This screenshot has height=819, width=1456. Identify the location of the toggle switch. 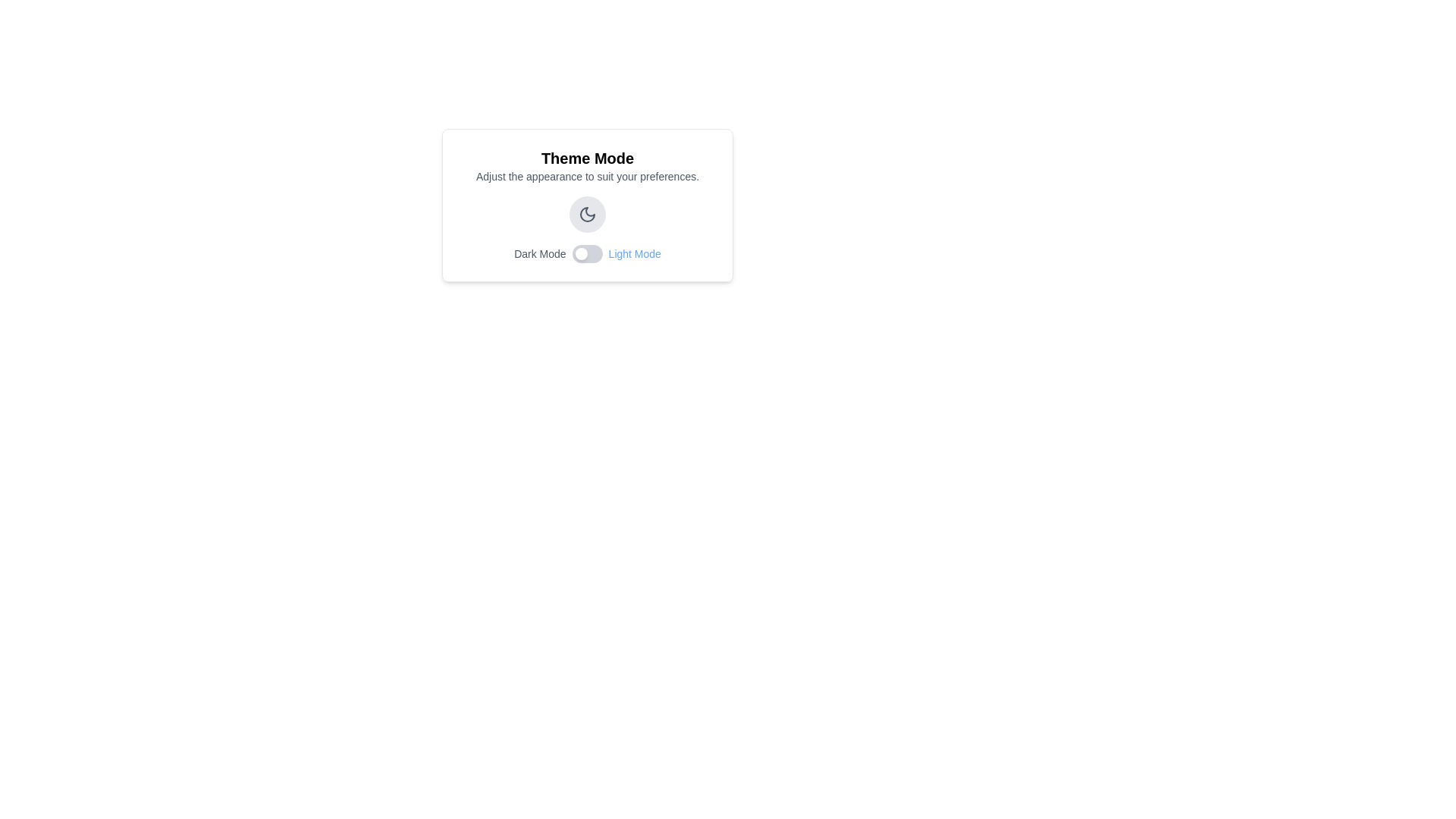
(571, 253).